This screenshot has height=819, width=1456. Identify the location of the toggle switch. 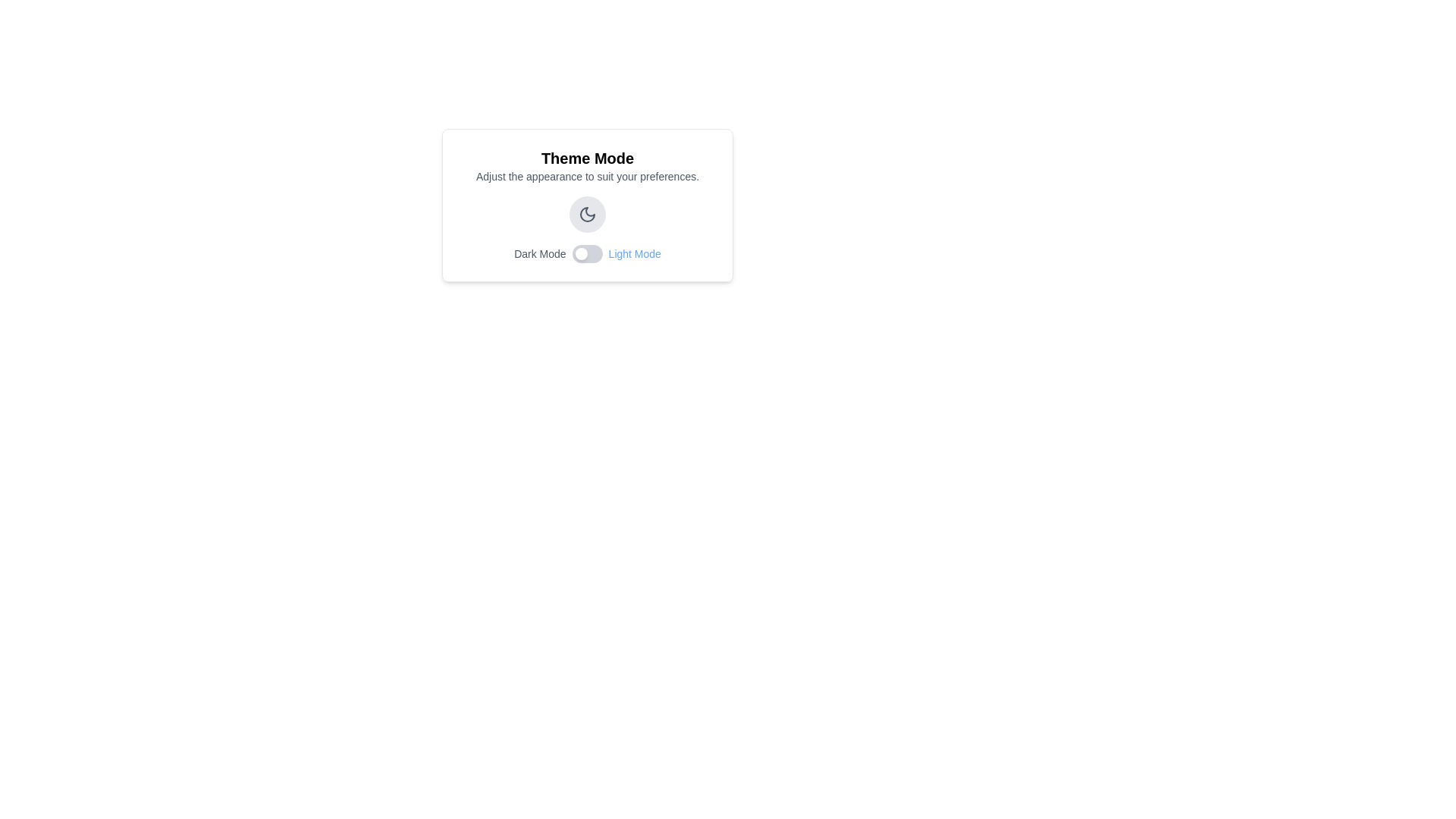
(571, 253).